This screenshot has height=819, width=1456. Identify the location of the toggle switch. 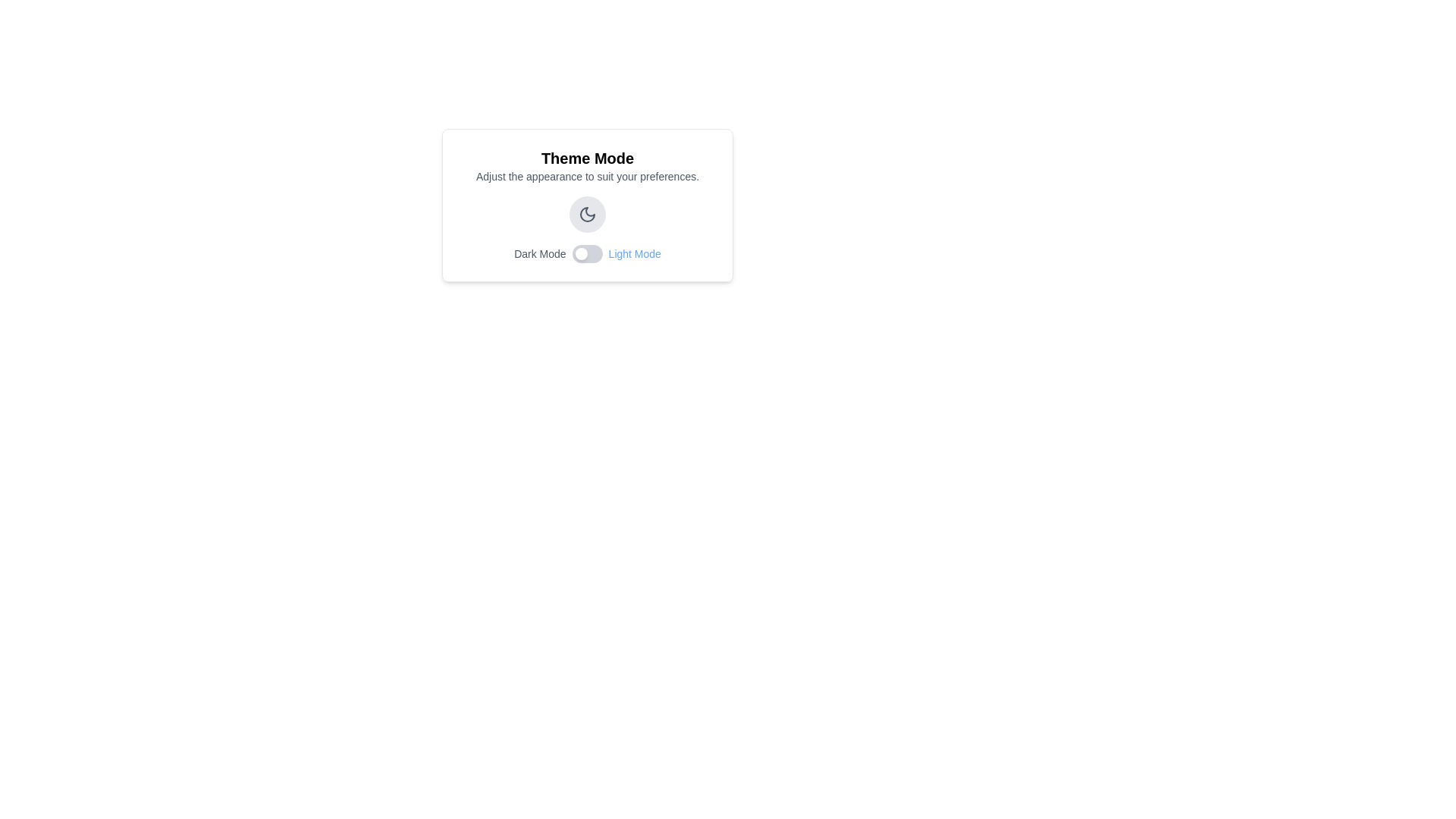
(571, 253).